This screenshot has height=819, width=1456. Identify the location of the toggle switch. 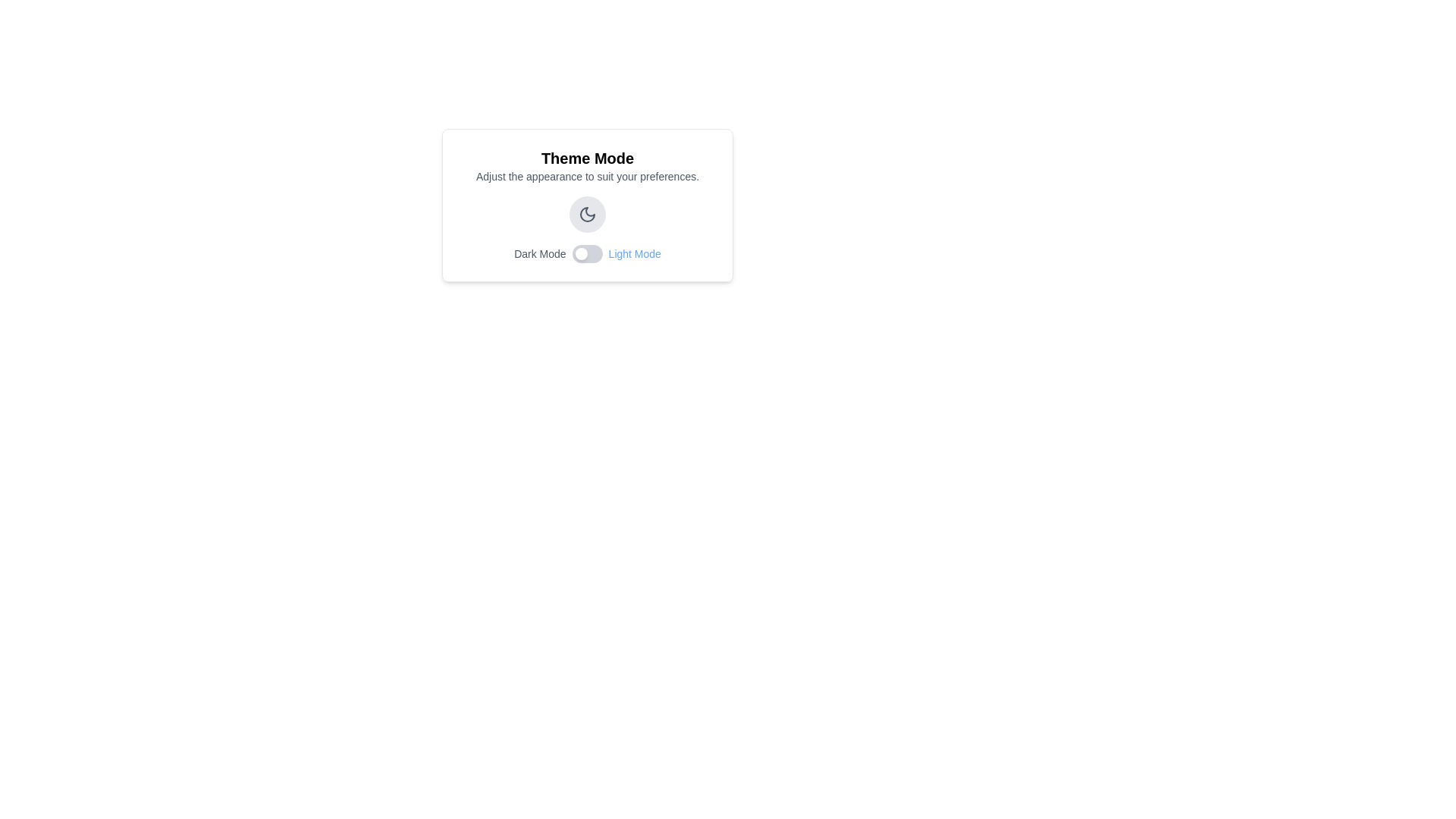
(571, 253).